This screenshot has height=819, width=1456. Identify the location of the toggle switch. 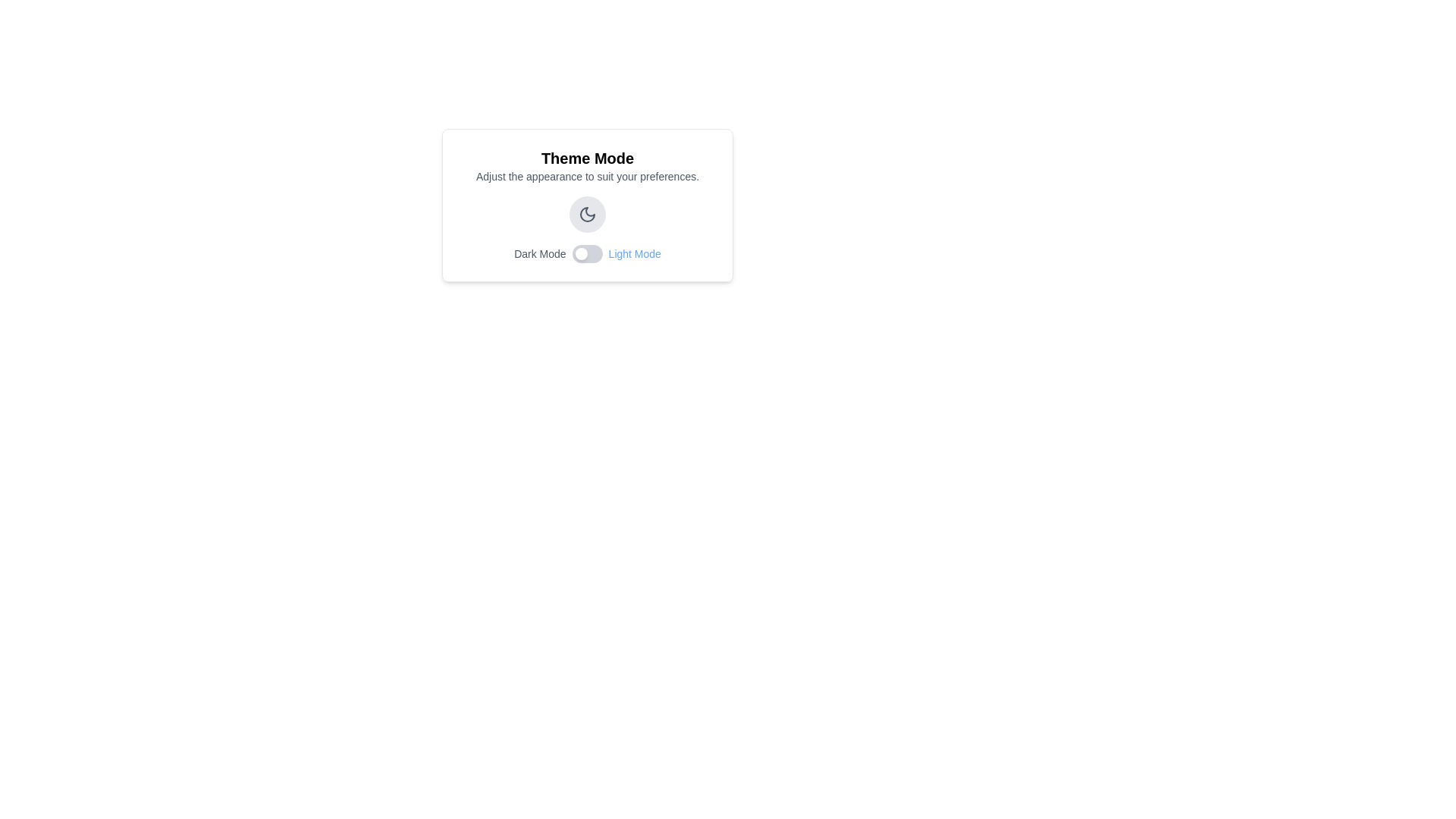
(571, 253).